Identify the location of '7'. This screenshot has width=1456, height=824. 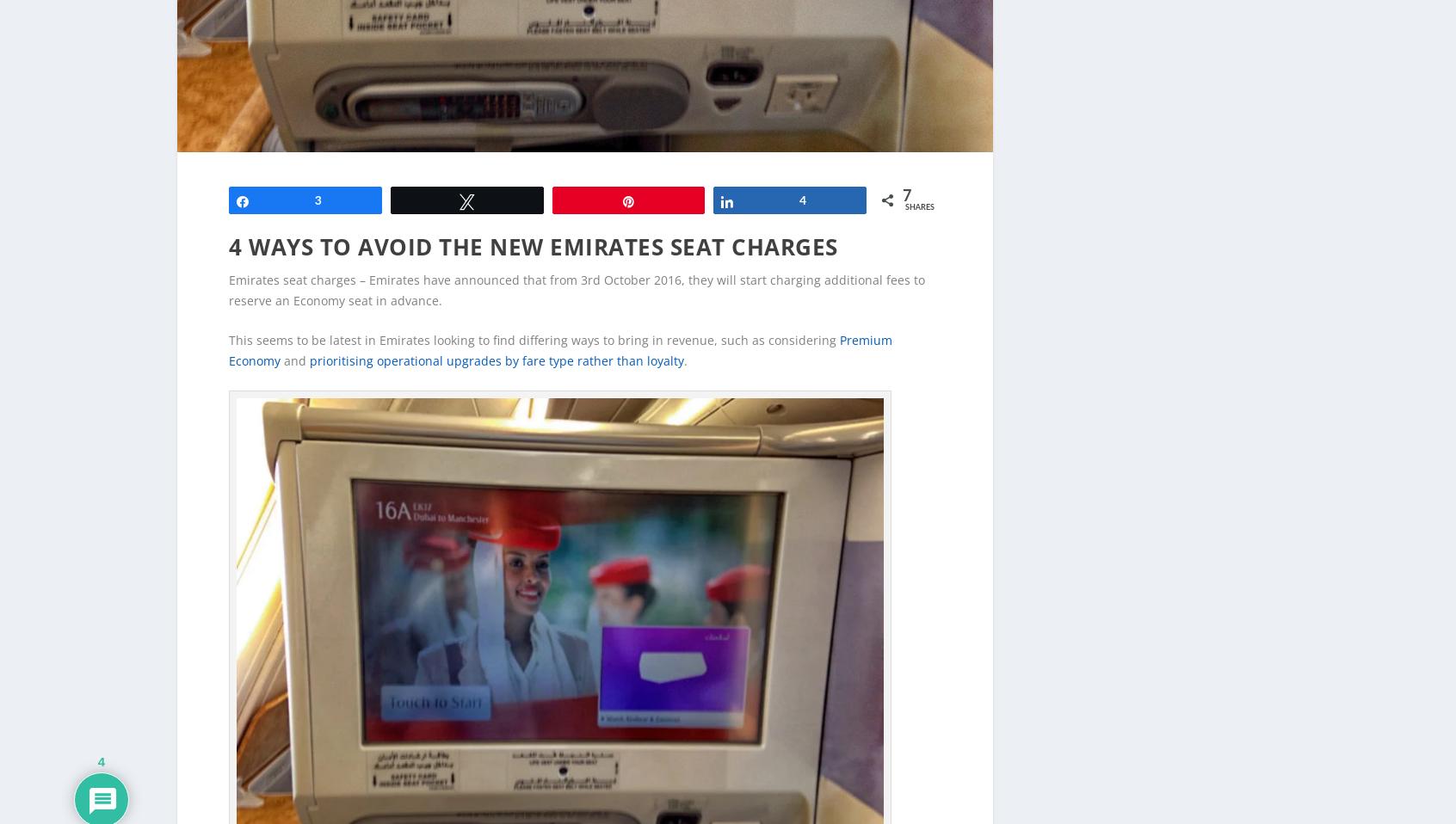
(905, 168).